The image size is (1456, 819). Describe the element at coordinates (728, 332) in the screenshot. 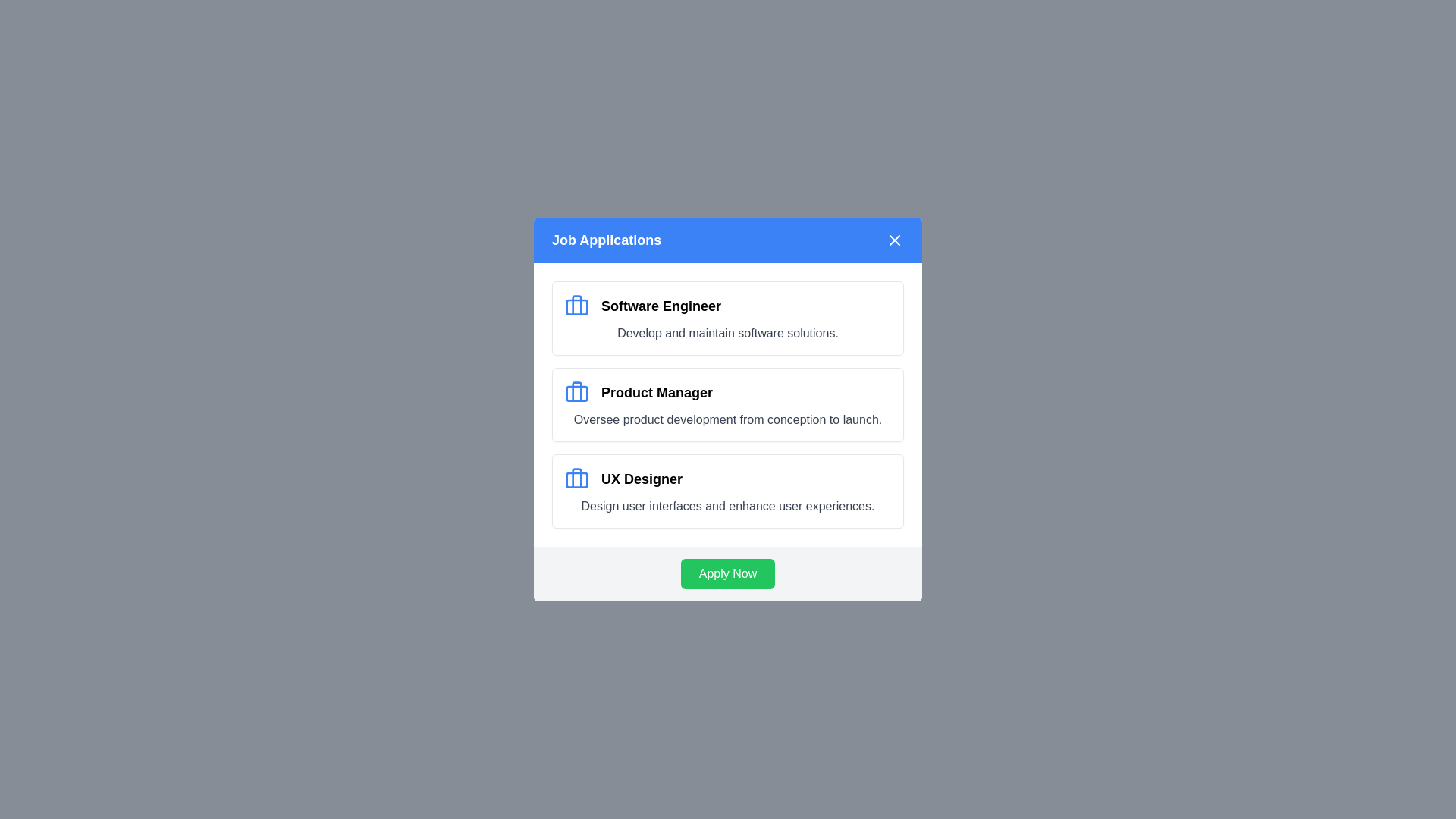

I see `the text label that reads 'Develop and maintain software solutions.' which is located beneath the 'Software Engineer' title` at that location.